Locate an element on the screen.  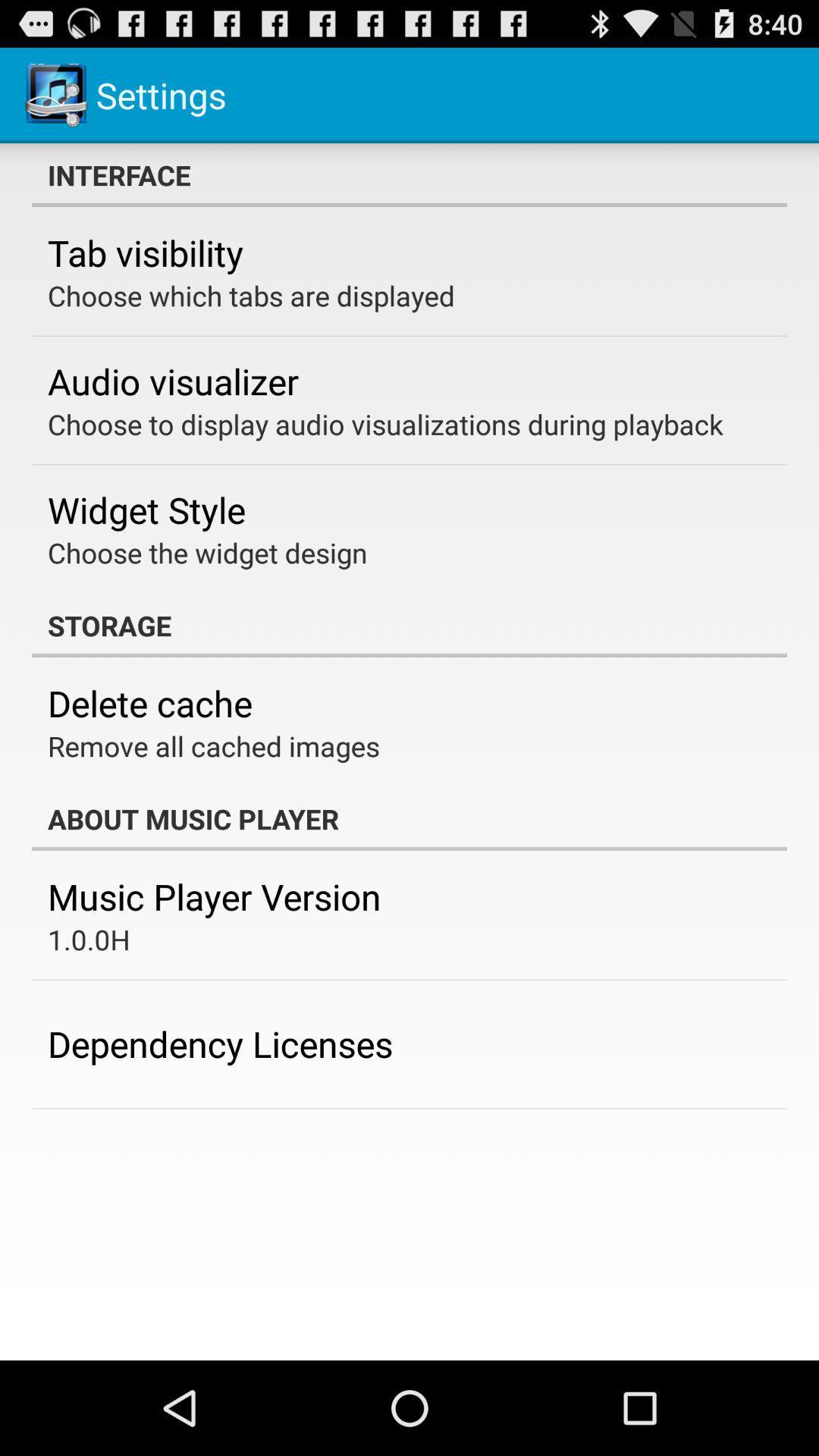
tab visibility icon is located at coordinates (146, 253).